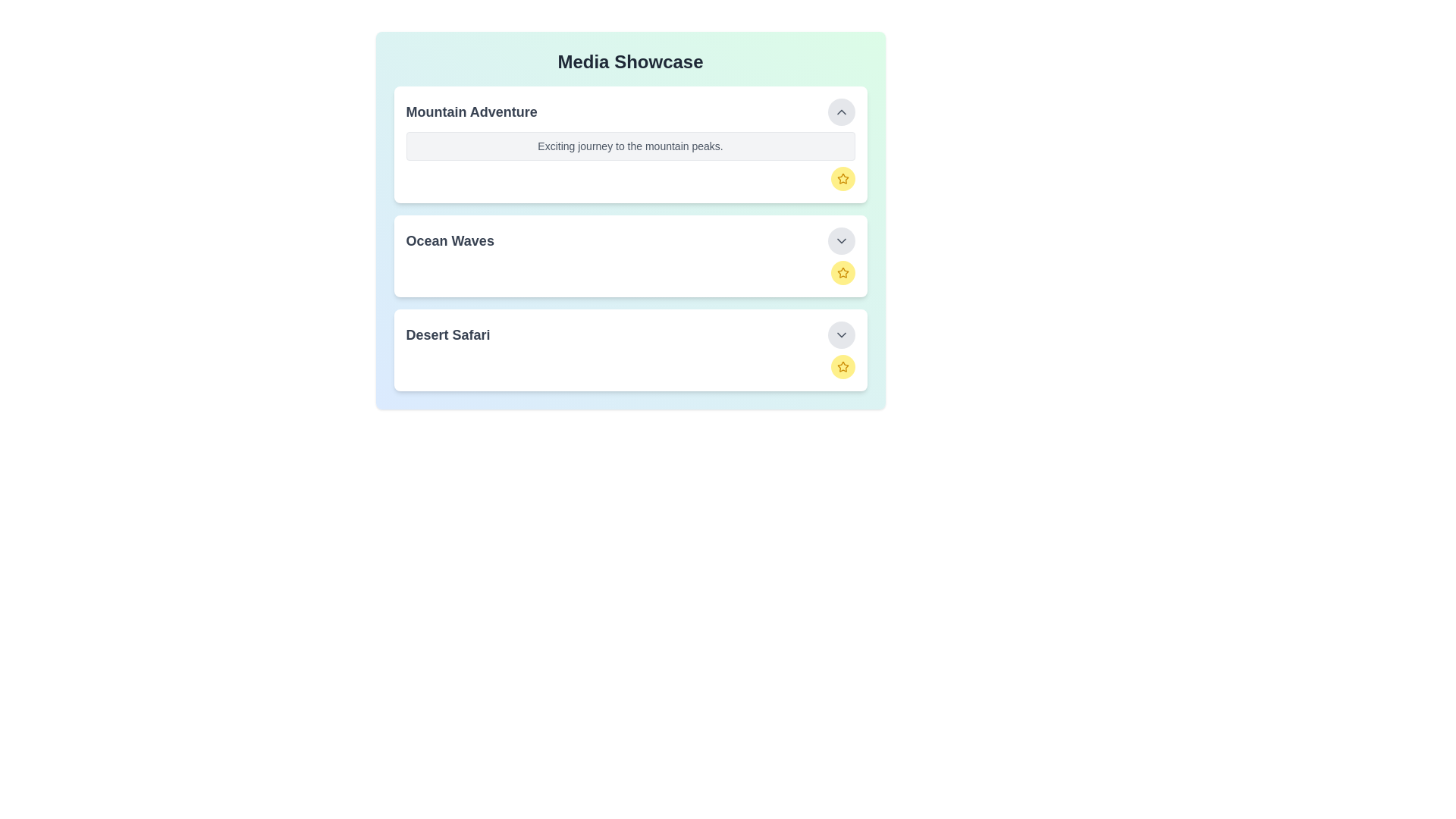  What do you see at coordinates (842, 177) in the screenshot?
I see `favorite button for the item titled 'Mountain Adventure'` at bounding box center [842, 177].